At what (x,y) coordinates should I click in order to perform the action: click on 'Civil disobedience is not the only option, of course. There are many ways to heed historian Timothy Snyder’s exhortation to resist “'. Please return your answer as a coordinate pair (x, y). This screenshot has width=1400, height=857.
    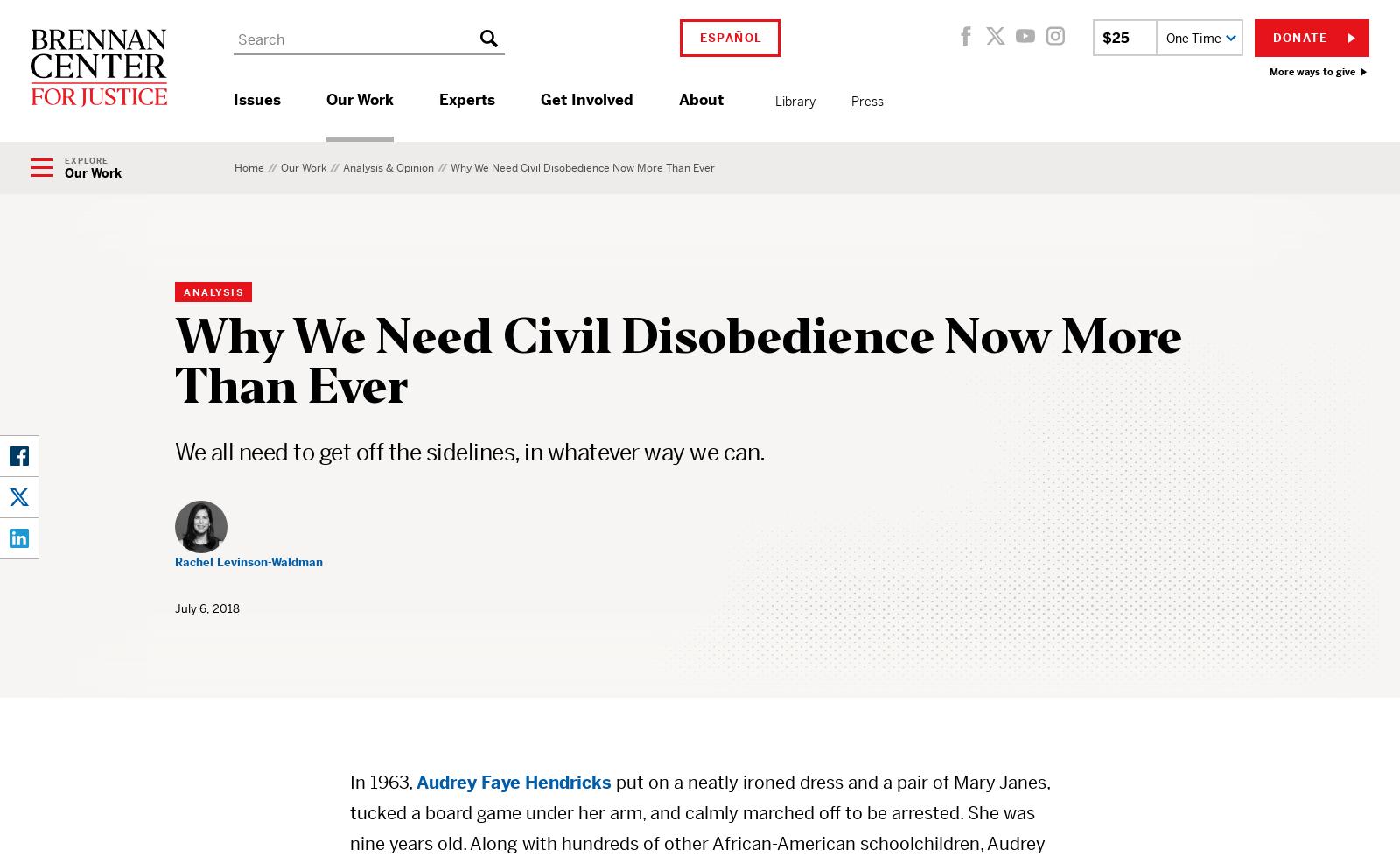
    Looking at the image, I should click on (677, 509).